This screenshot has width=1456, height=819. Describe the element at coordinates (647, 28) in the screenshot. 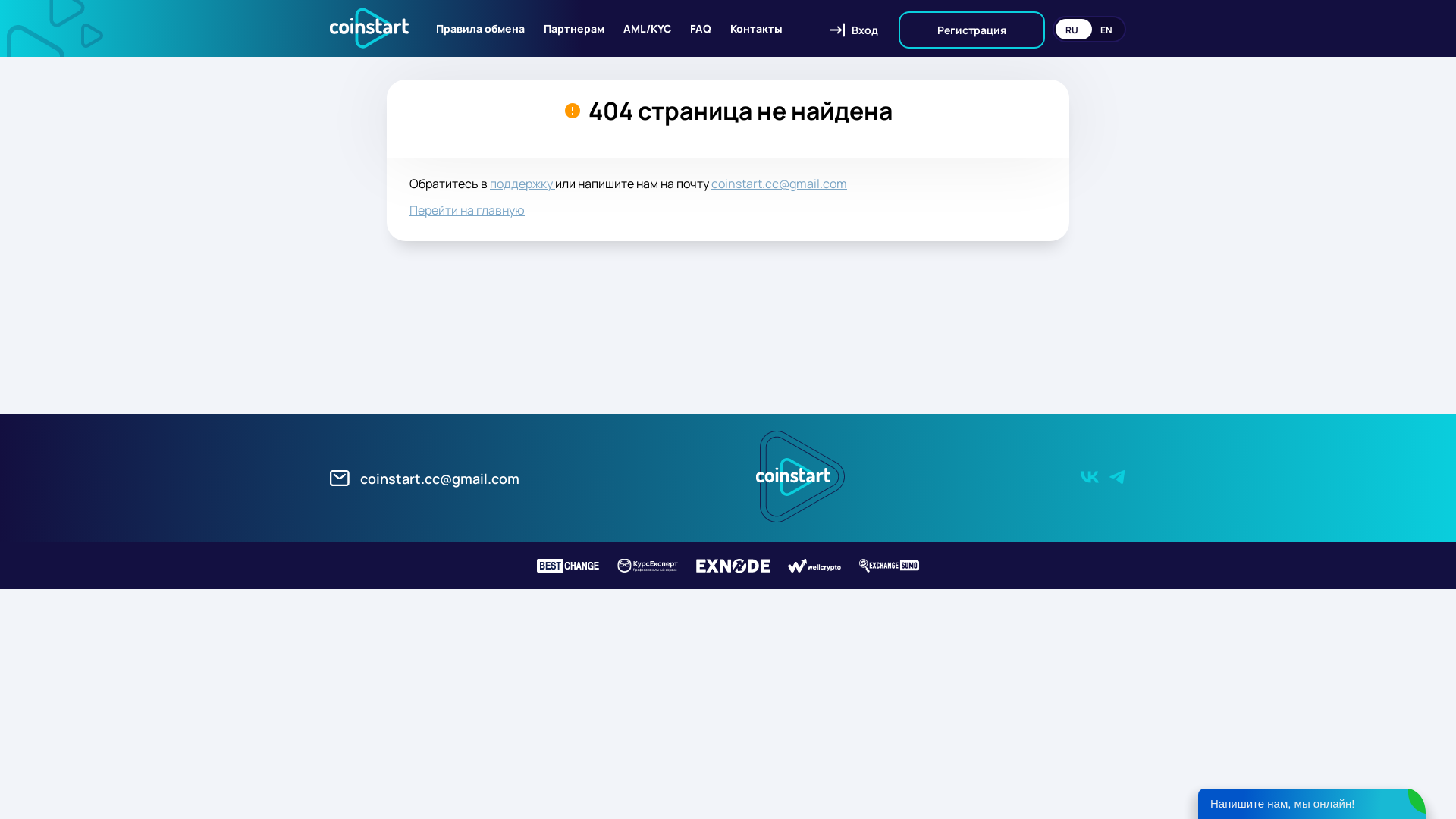

I see `'AML/KYC'` at that location.